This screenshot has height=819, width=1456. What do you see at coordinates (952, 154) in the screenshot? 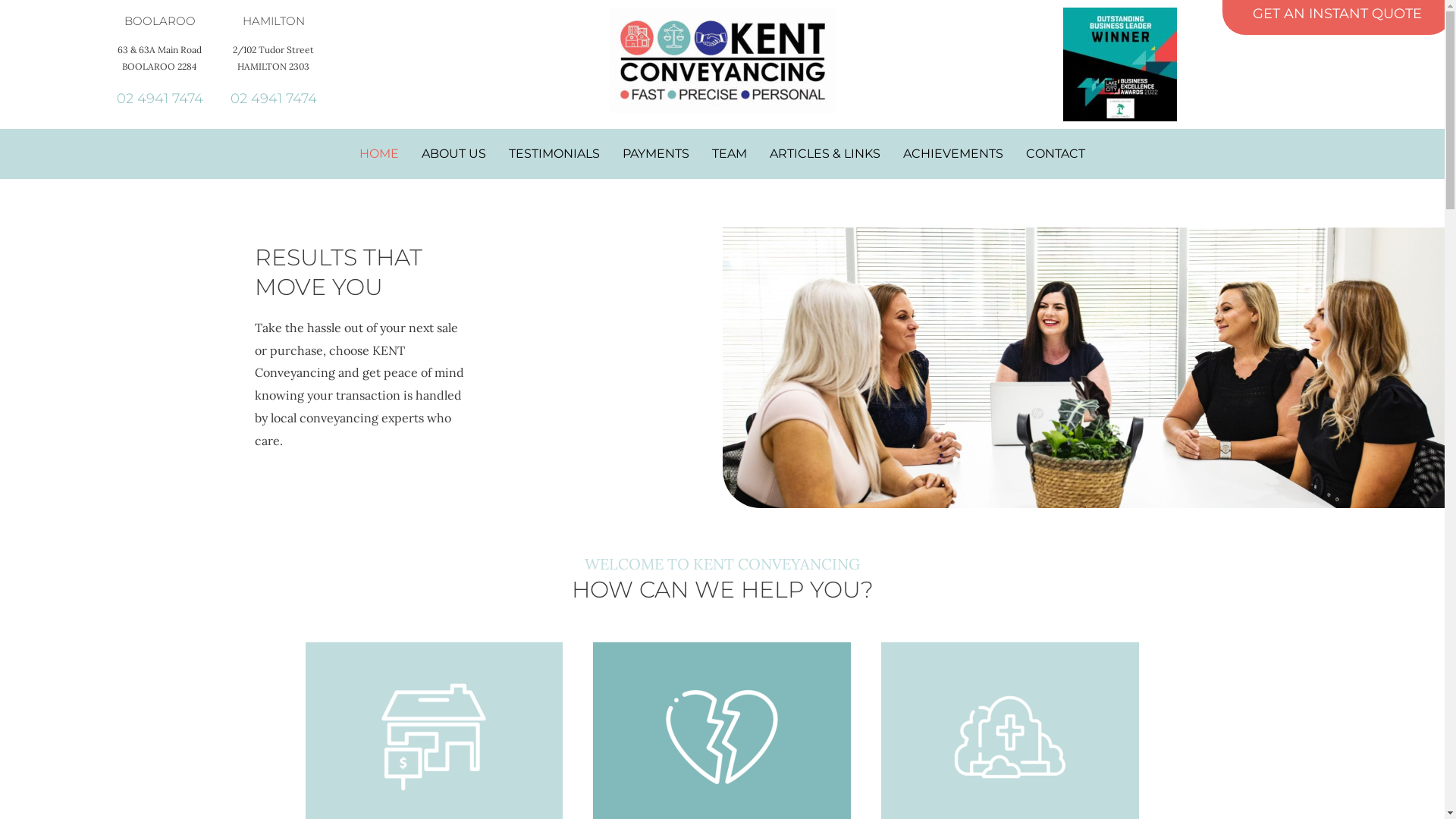
I see `'ACHIEVEMENTS'` at bounding box center [952, 154].